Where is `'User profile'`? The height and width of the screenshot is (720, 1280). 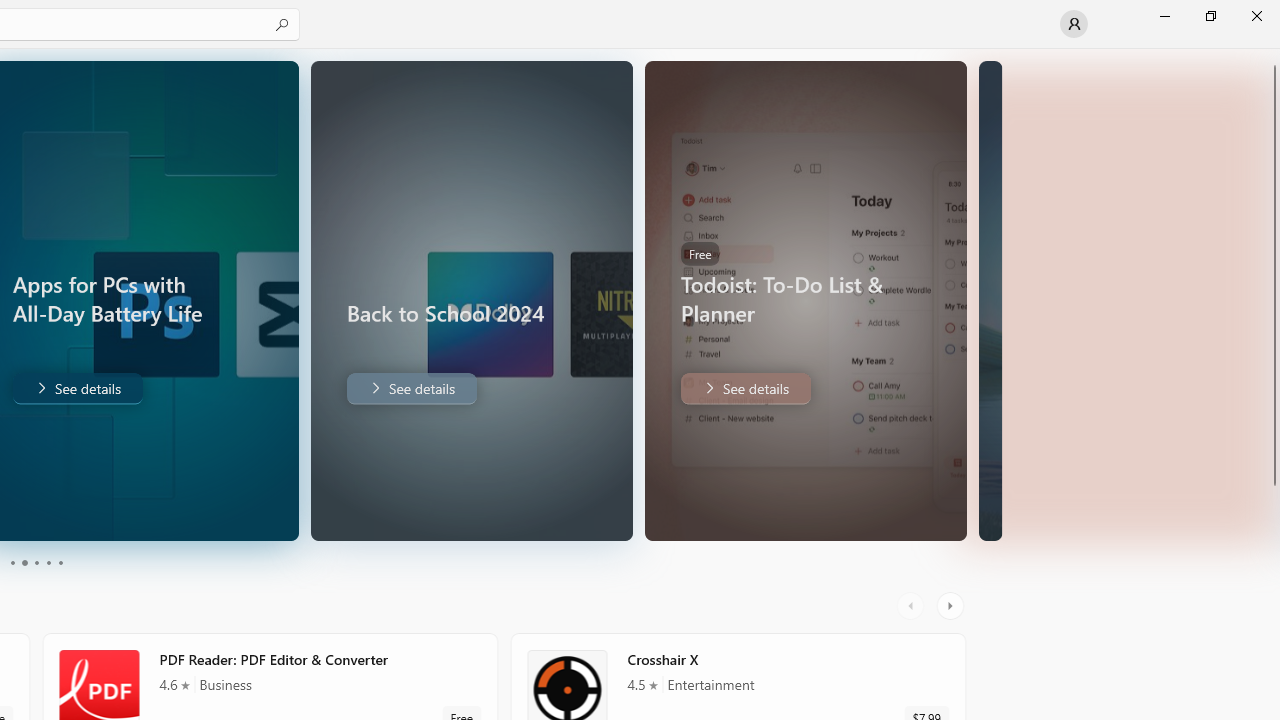 'User profile' is located at coordinates (1072, 24).